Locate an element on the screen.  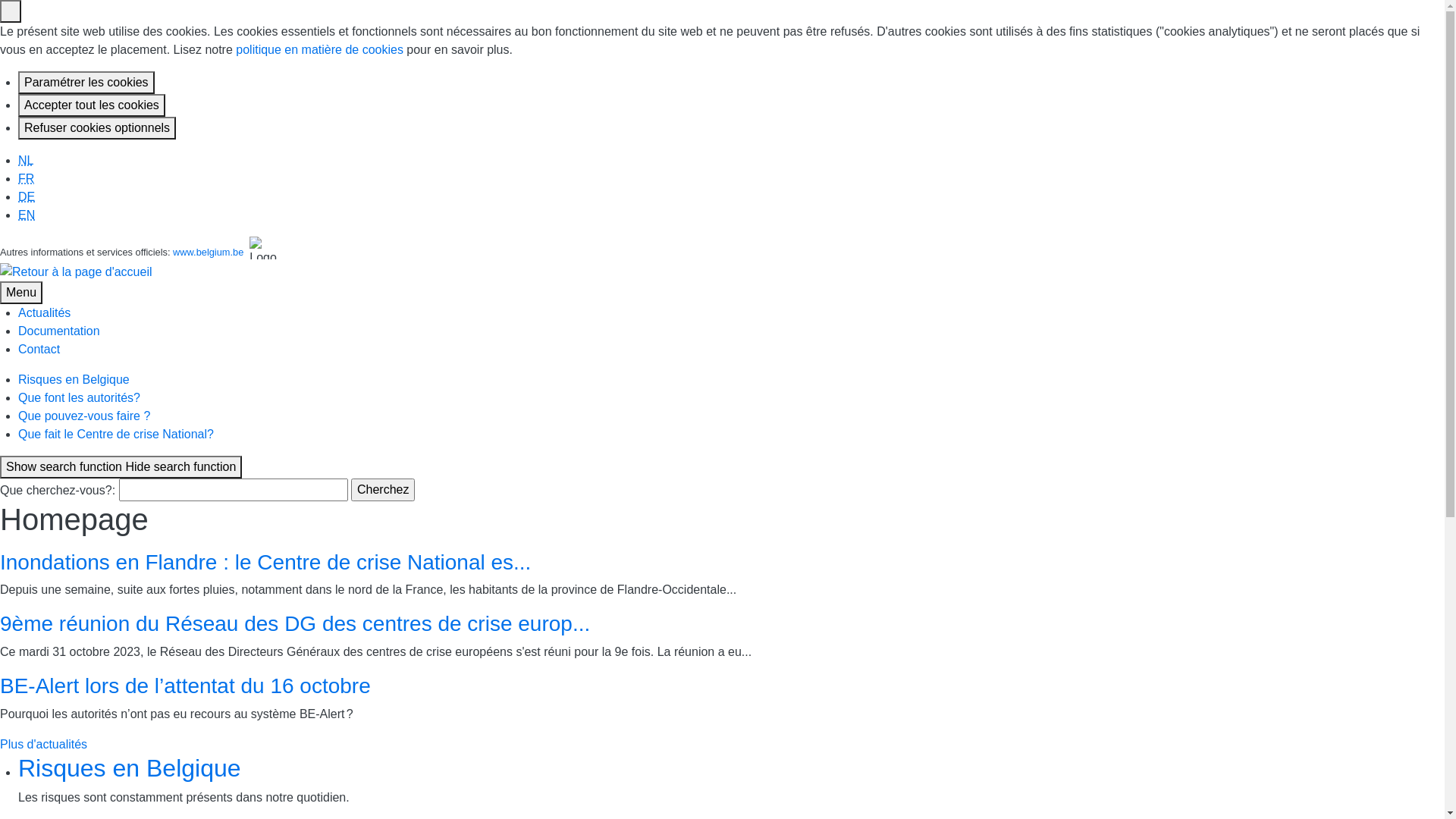
'Fermer' is located at coordinates (11, 11).